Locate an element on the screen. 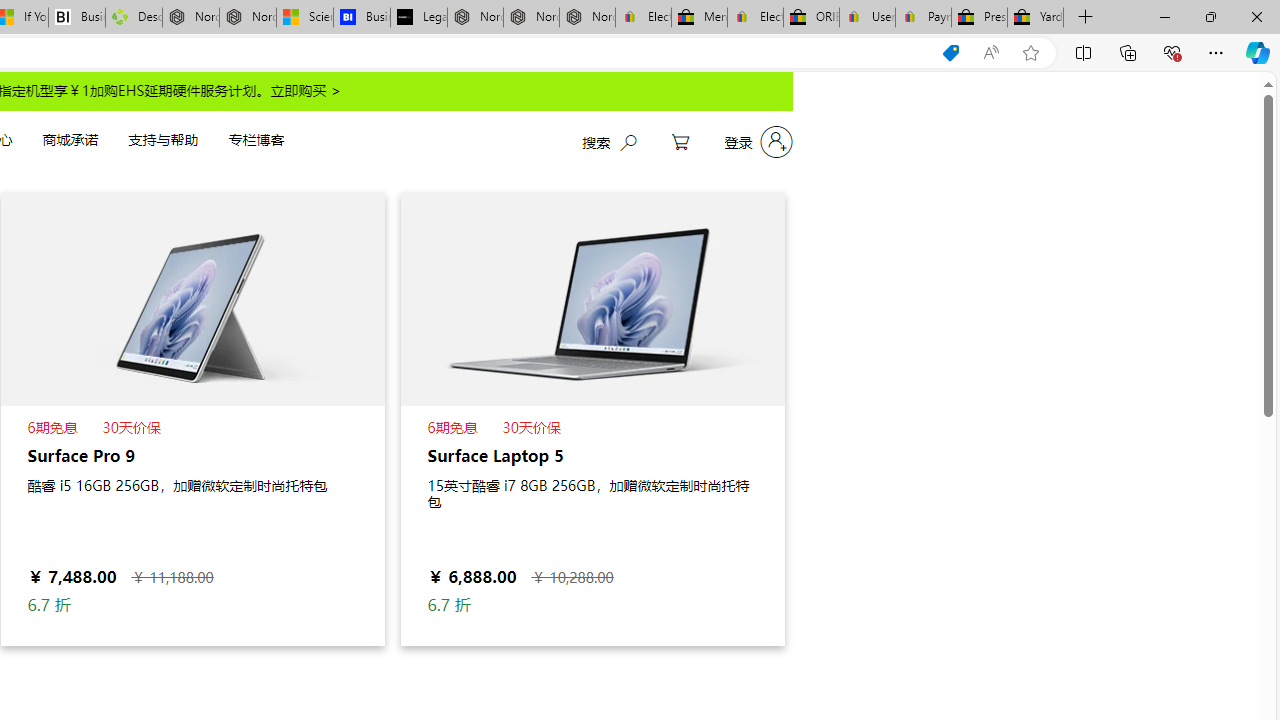  'You have the best price!' is located at coordinates (950, 52).